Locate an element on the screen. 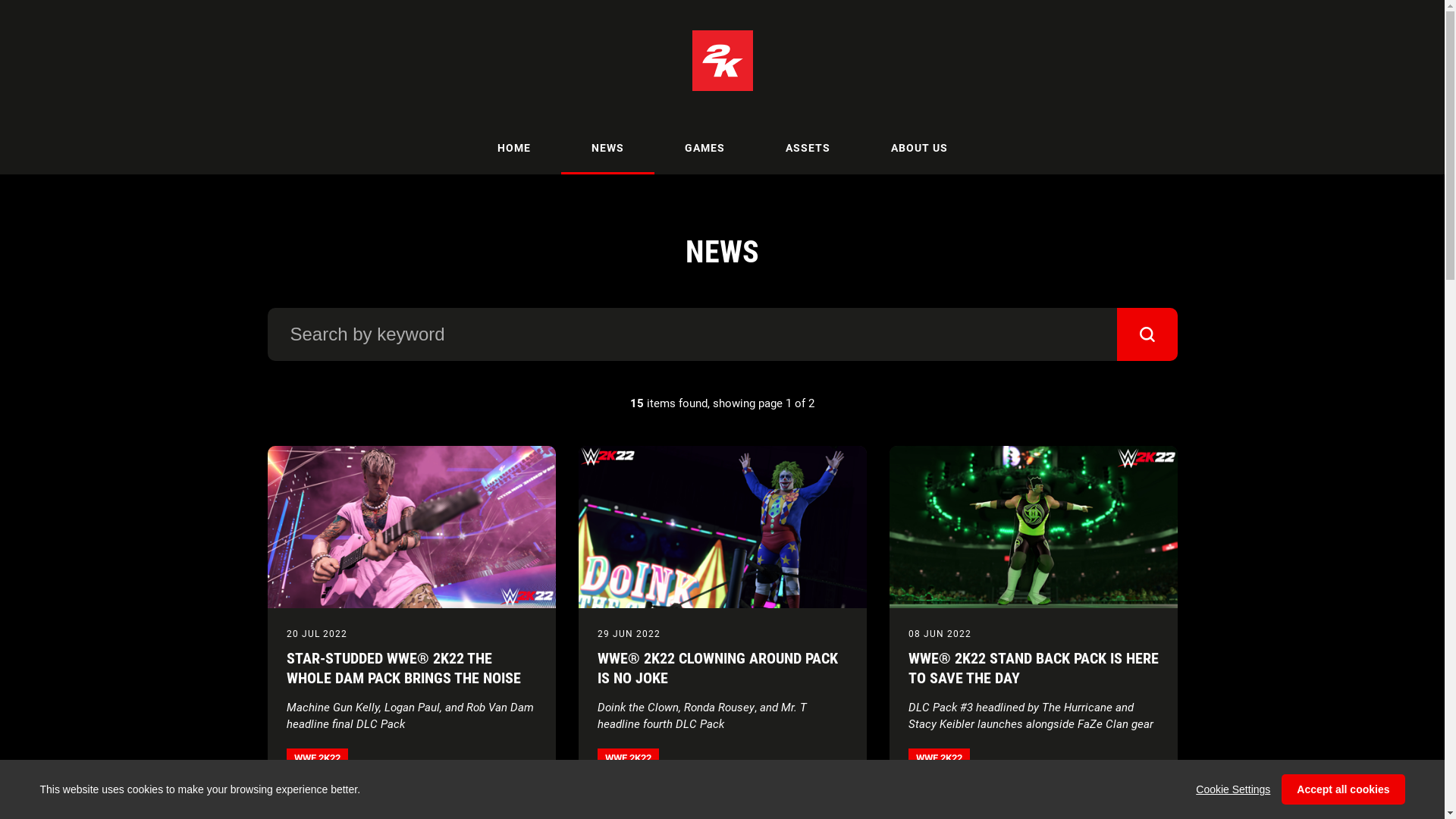 The image size is (1456, 819). 'Go' is located at coordinates (1116, 333).